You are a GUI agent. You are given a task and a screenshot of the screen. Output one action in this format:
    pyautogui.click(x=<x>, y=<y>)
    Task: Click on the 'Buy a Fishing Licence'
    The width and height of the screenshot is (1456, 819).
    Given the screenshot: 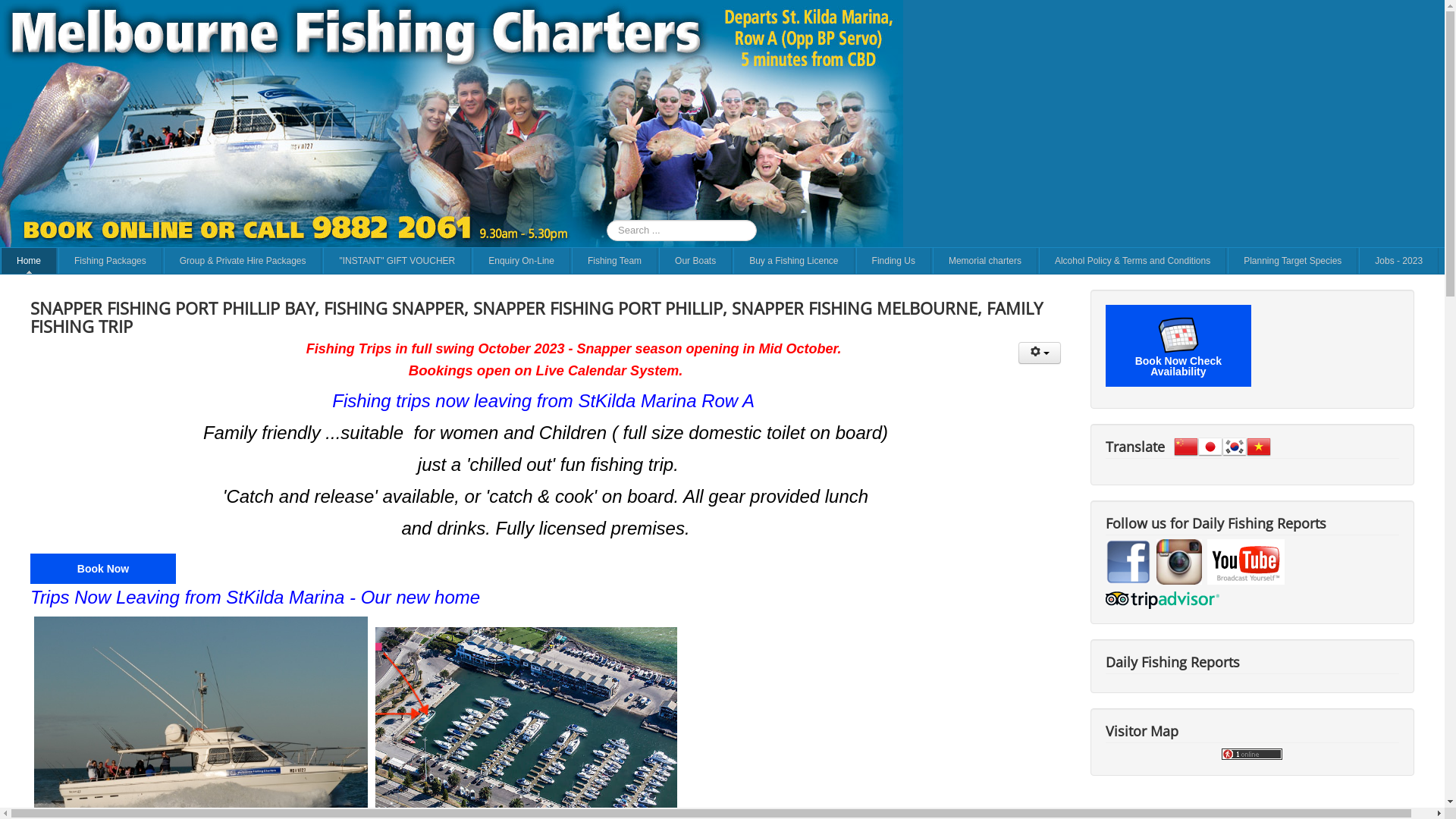 What is the action you would take?
    pyautogui.click(x=792, y=259)
    